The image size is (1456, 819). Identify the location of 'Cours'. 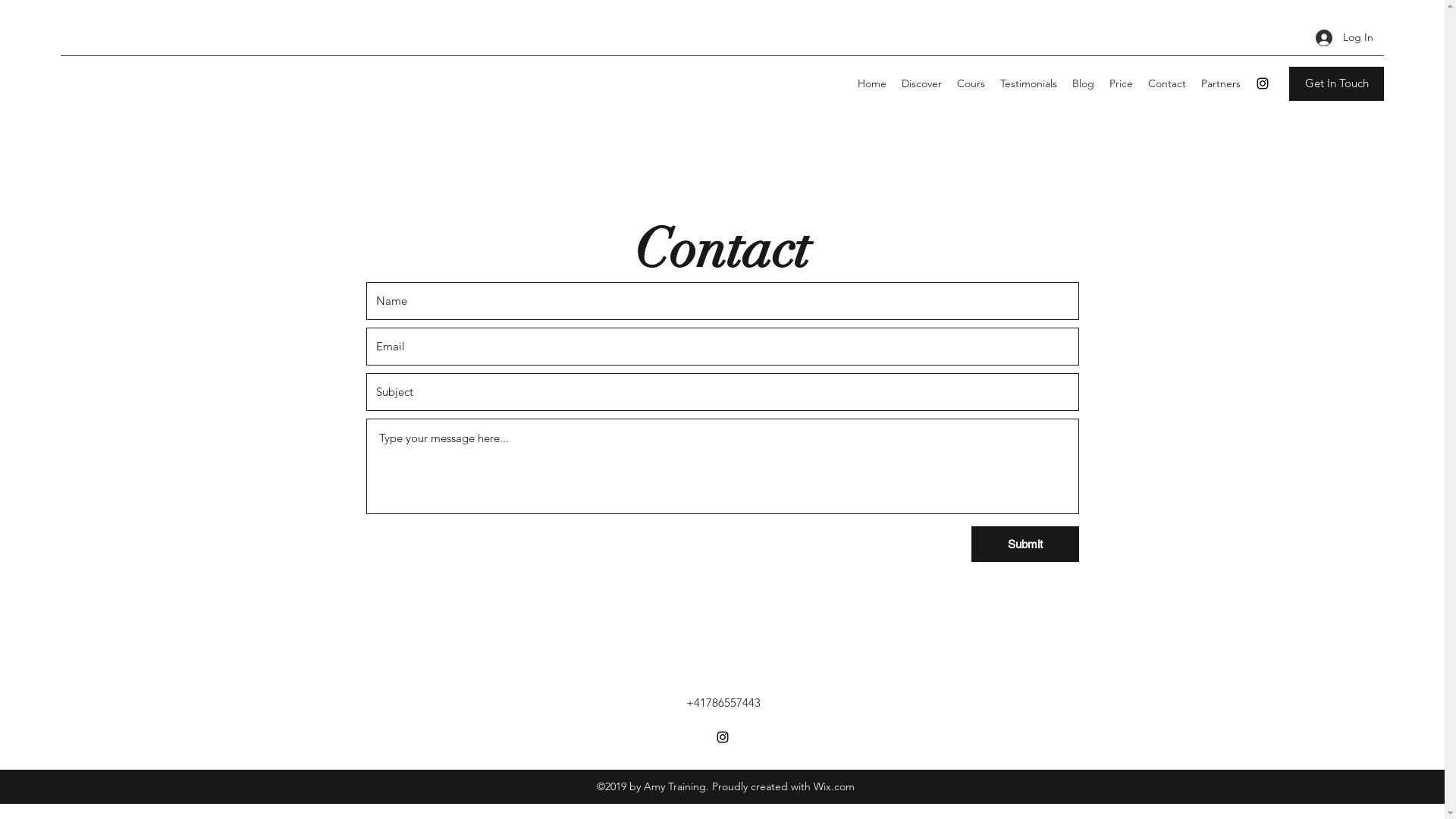
(971, 83).